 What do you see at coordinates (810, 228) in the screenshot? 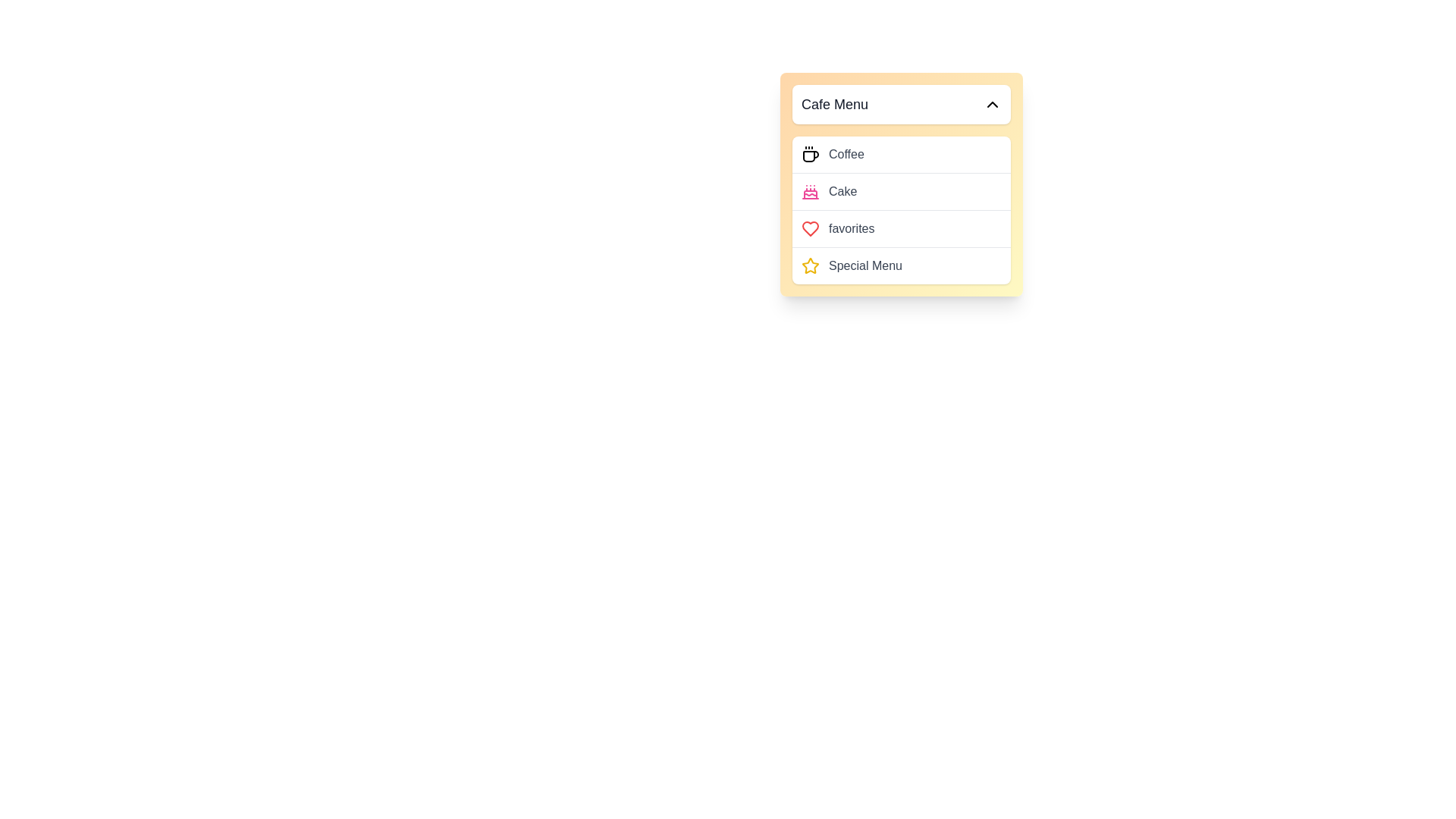
I see `the heart icon located to the left of the 'favorites' menu entry` at bounding box center [810, 228].